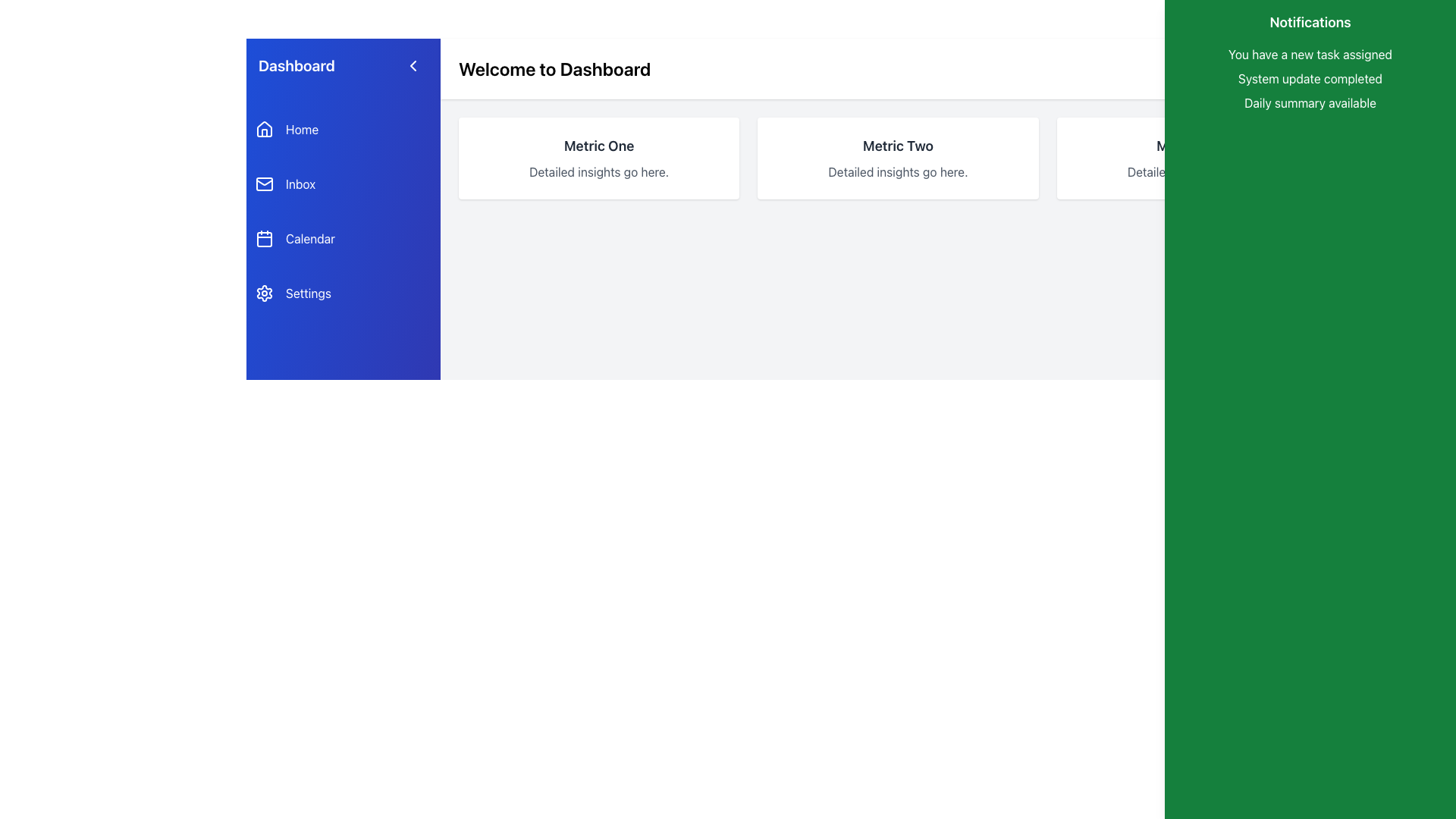  Describe the element at coordinates (413, 65) in the screenshot. I see `the arrow icon located in the top-left section of the interface near the 'Dashboard'` at that location.